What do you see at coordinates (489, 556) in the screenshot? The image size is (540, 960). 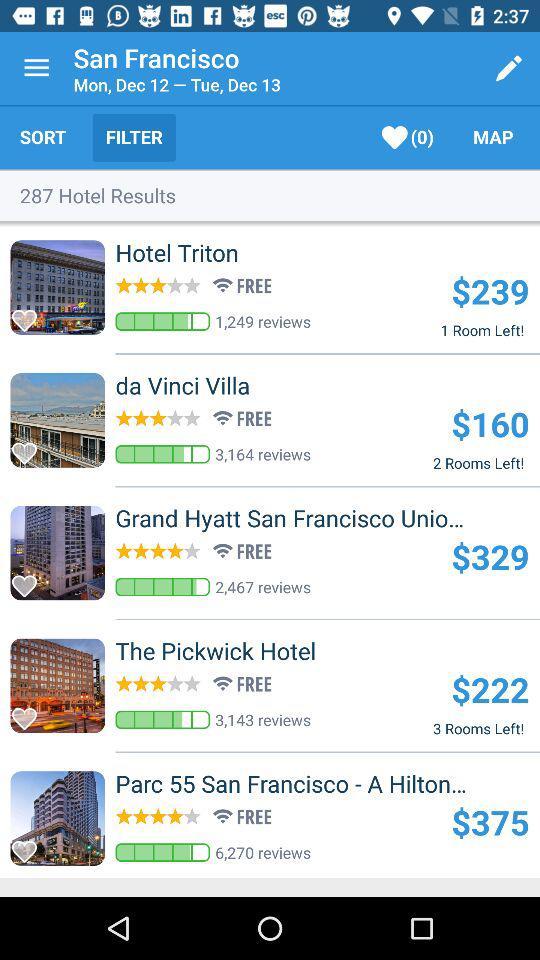 I see `$329` at bounding box center [489, 556].